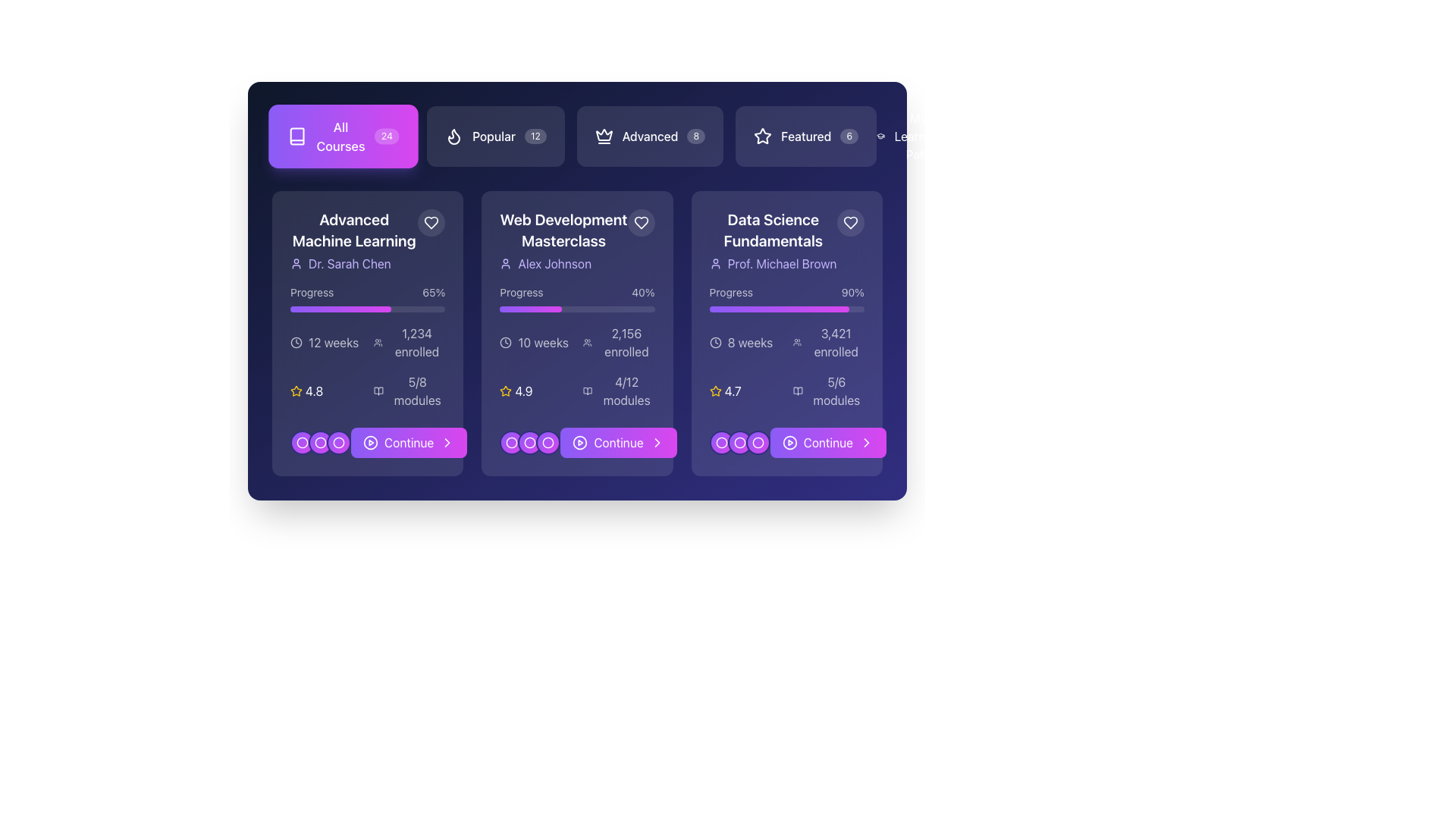 Image resolution: width=1456 pixels, height=819 pixels. Describe the element at coordinates (576, 366) in the screenshot. I see `a specific component within the Informational grid layout of the 'Web Development Masterclass' course card, which is located below the progress section and above the 'Continue' button` at that location.